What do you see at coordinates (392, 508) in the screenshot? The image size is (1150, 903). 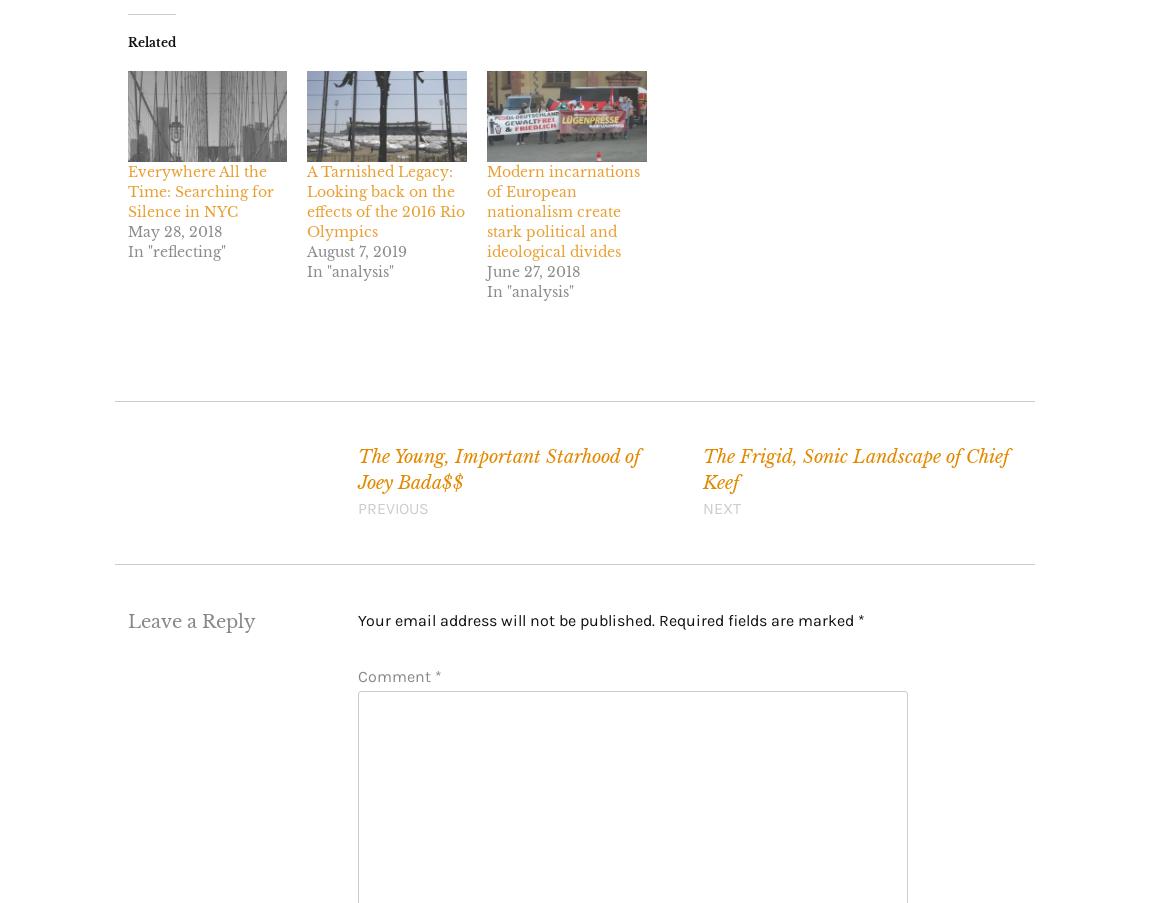 I see `'Previous'` at bounding box center [392, 508].